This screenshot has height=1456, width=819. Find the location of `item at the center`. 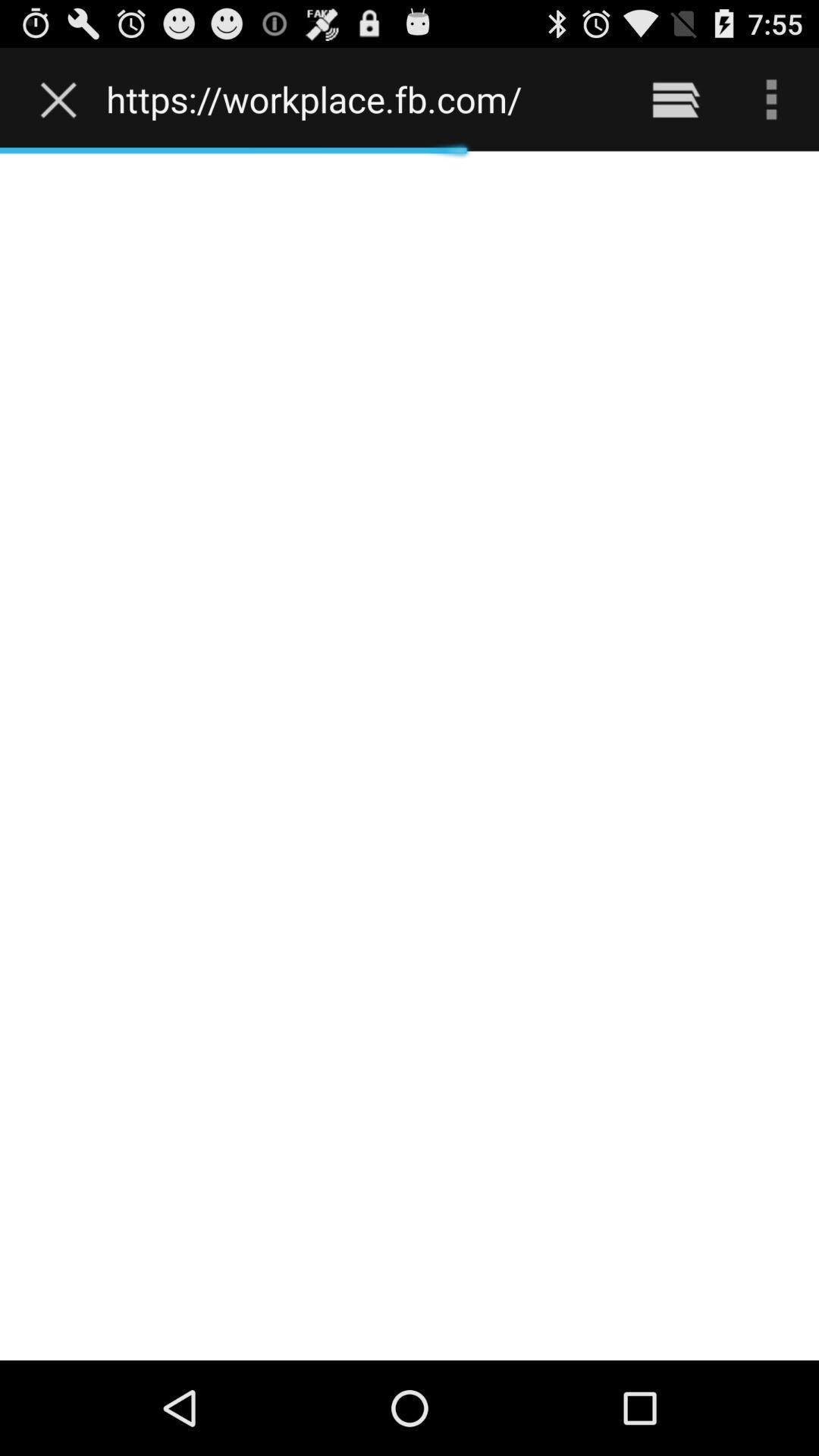

item at the center is located at coordinates (409, 755).